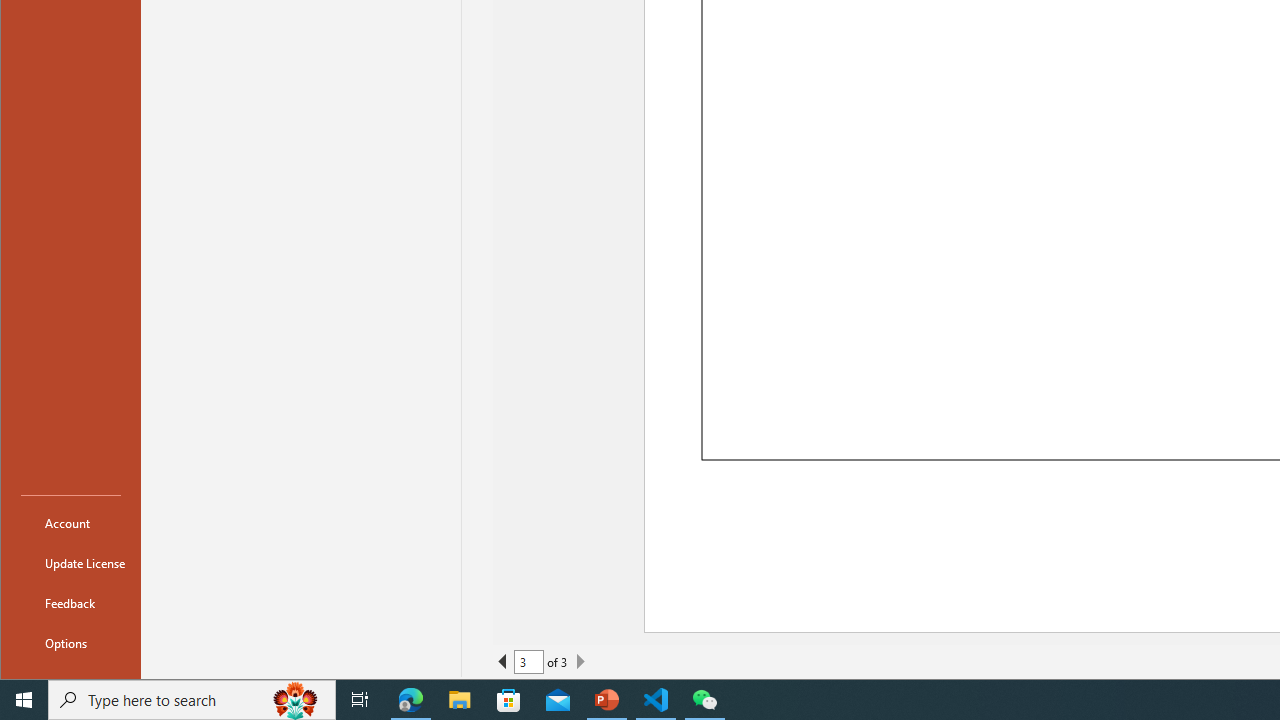 The width and height of the screenshot is (1280, 720). I want to click on 'Account', so click(71, 522).